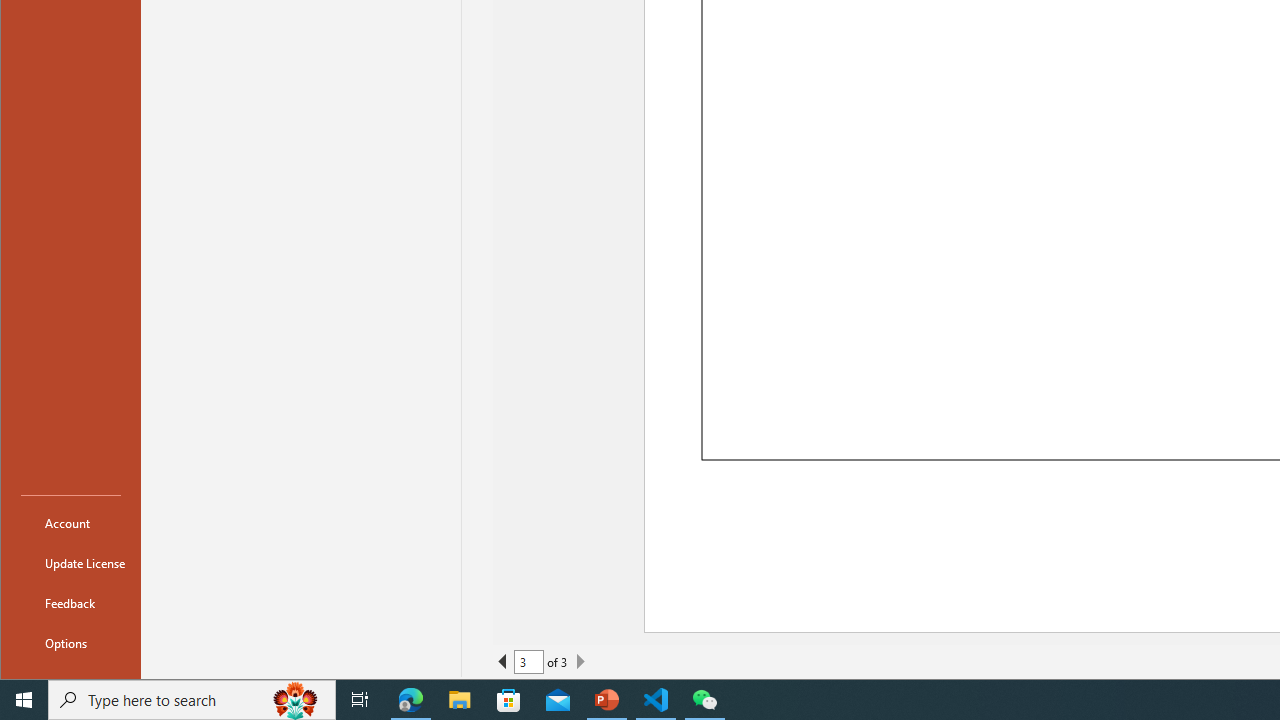 The width and height of the screenshot is (1280, 720). I want to click on 'Account', so click(71, 522).